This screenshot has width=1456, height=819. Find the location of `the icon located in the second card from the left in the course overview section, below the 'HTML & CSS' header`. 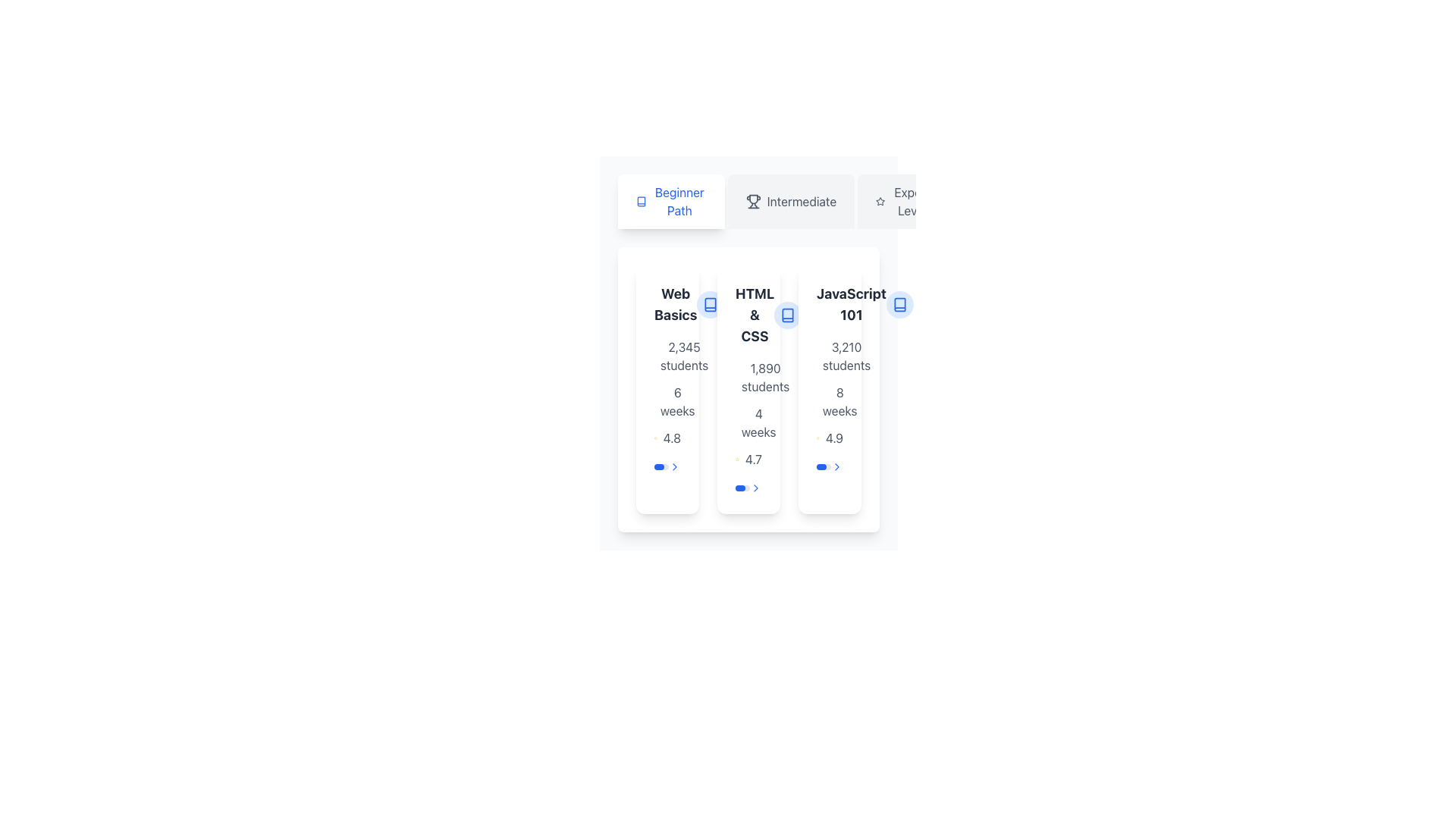

the icon located in the second card from the left in the course overview section, below the 'HTML & CSS' header is located at coordinates (788, 315).